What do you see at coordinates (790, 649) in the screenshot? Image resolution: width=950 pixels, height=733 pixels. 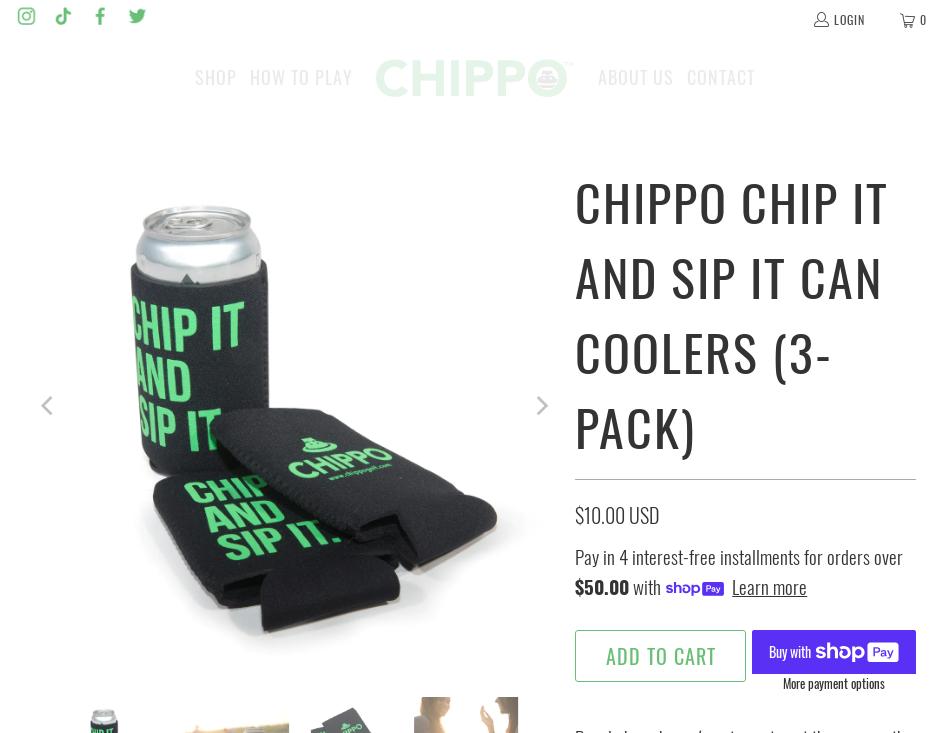 I see `'Buy with'` at bounding box center [790, 649].